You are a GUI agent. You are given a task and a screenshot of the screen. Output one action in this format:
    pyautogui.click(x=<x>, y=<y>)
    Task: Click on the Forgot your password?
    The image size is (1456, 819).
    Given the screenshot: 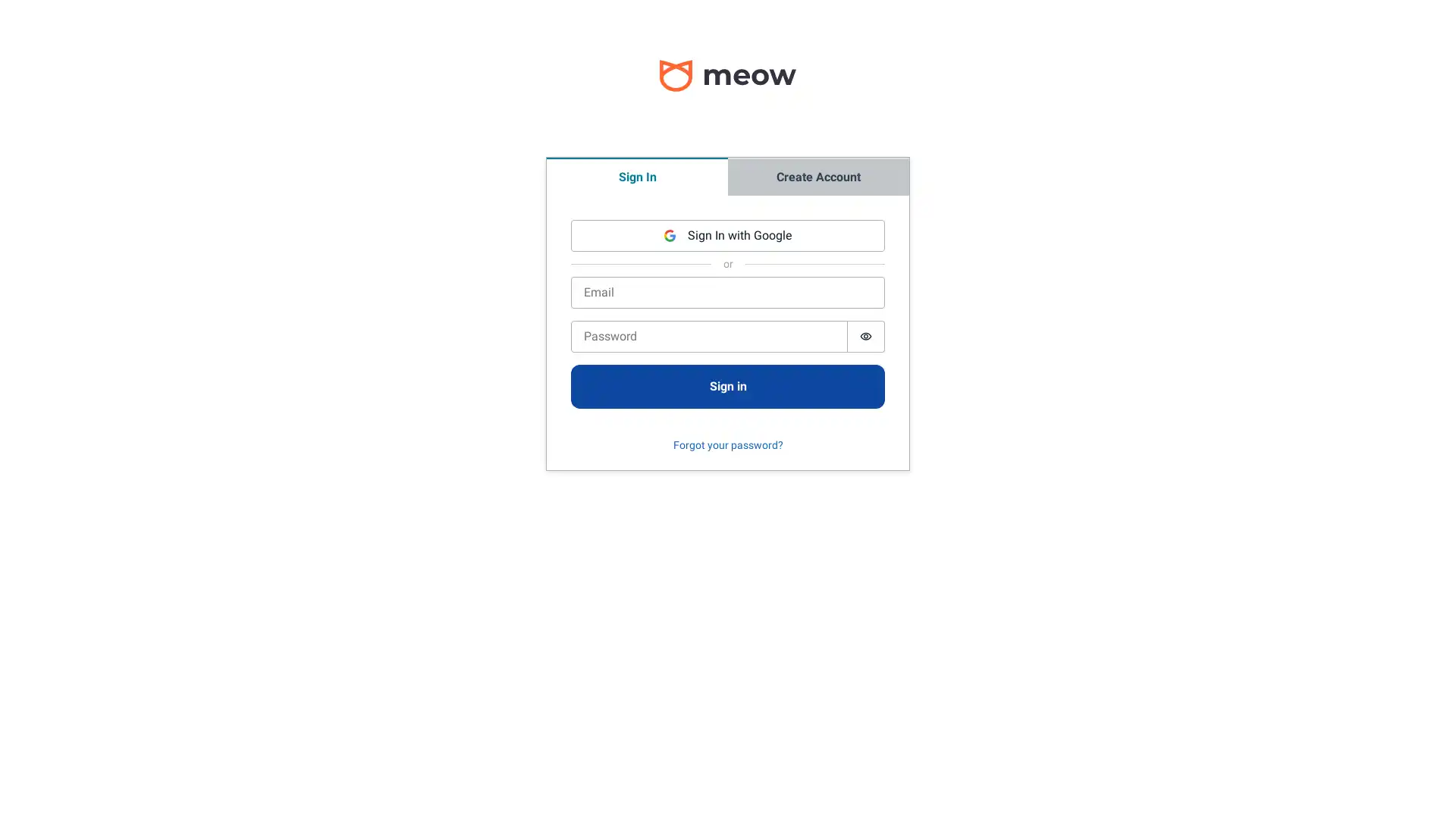 What is the action you would take?
    pyautogui.click(x=726, y=444)
    